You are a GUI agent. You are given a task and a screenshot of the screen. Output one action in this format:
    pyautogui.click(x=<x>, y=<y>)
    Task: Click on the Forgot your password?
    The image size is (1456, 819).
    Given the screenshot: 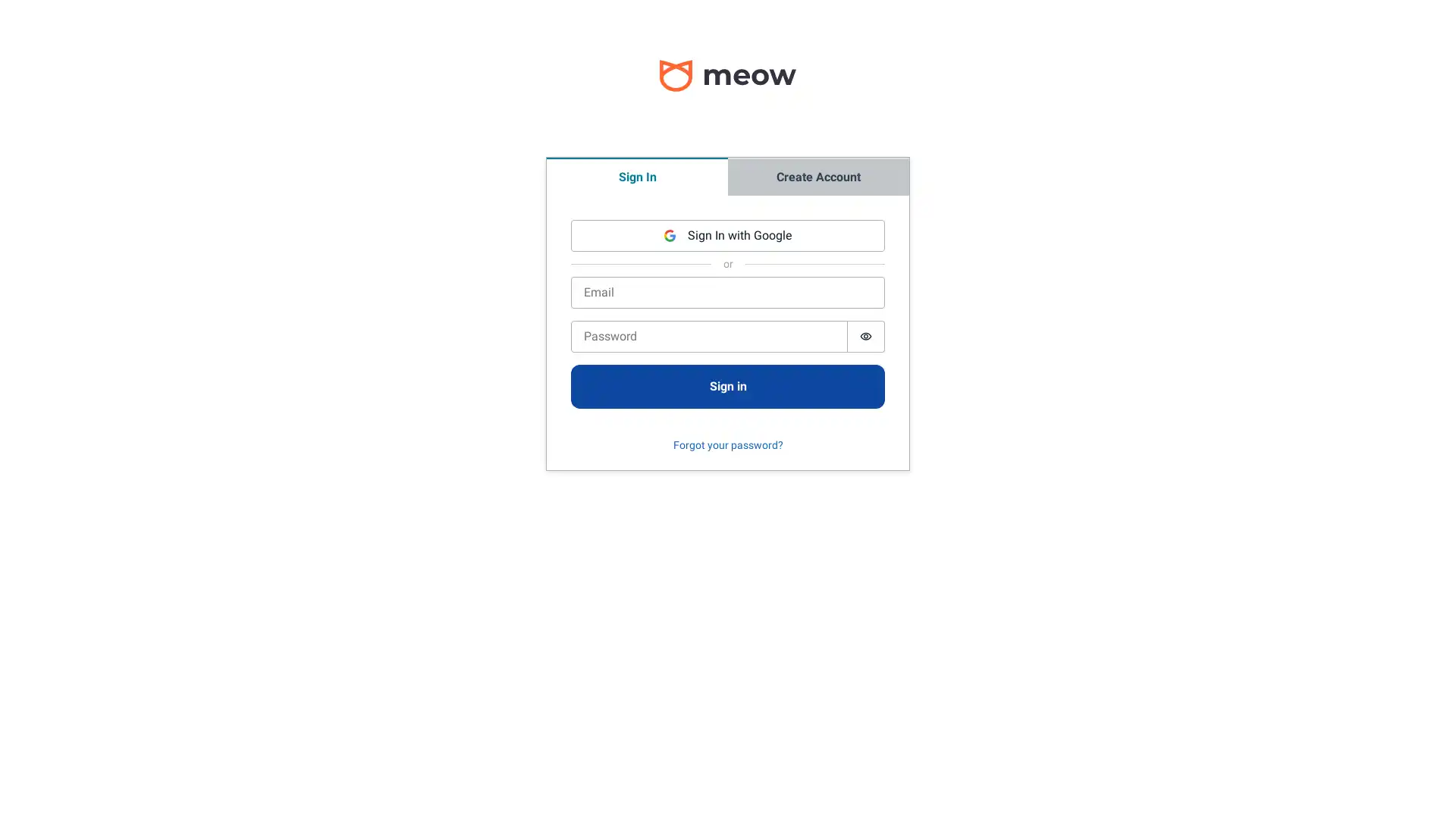 What is the action you would take?
    pyautogui.click(x=726, y=444)
    